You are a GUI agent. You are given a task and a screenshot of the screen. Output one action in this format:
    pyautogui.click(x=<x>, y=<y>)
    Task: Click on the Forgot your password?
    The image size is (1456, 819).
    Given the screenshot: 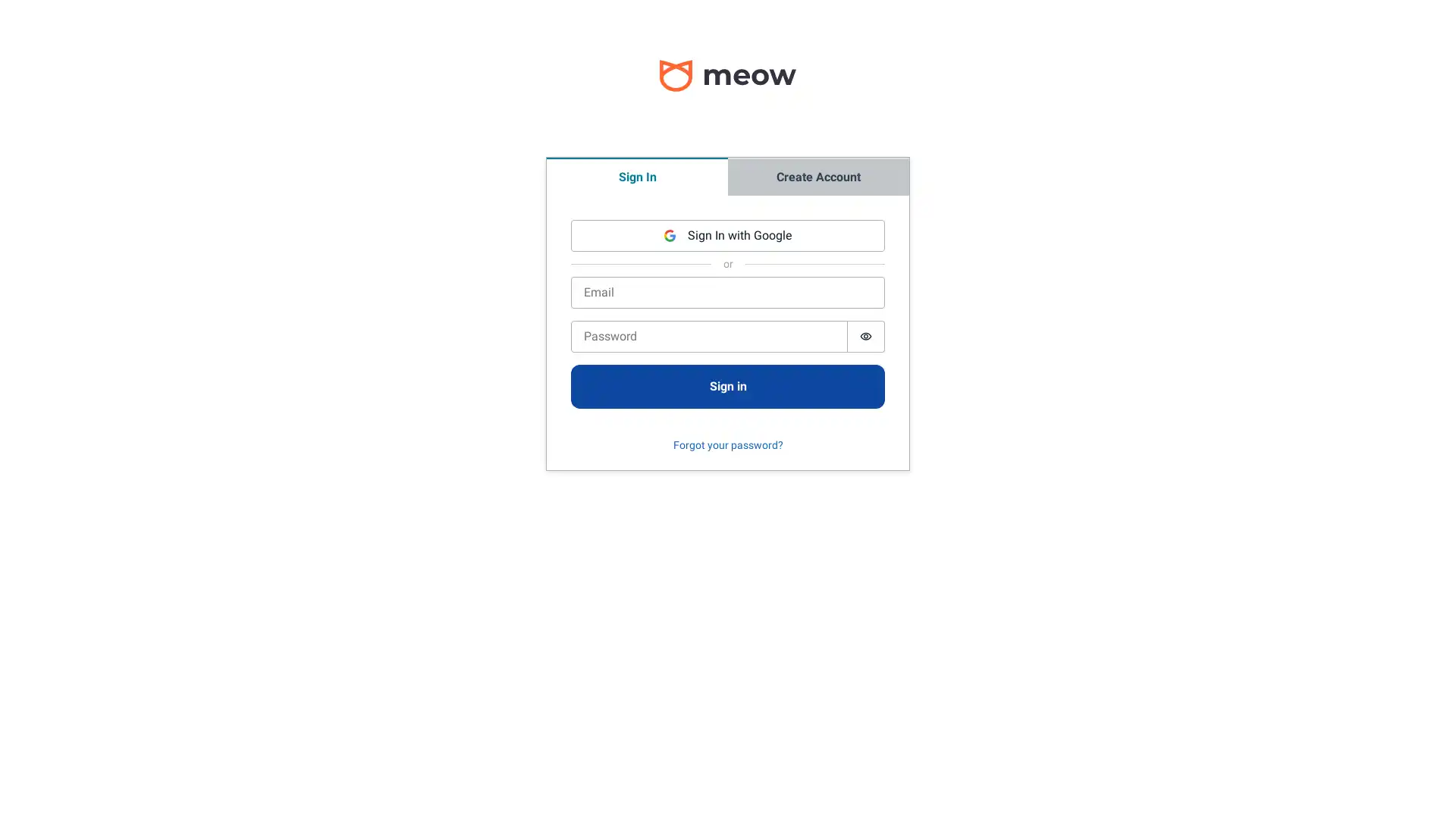 What is the action you would take?
    pyautogui.click(x=726, y=444)
    